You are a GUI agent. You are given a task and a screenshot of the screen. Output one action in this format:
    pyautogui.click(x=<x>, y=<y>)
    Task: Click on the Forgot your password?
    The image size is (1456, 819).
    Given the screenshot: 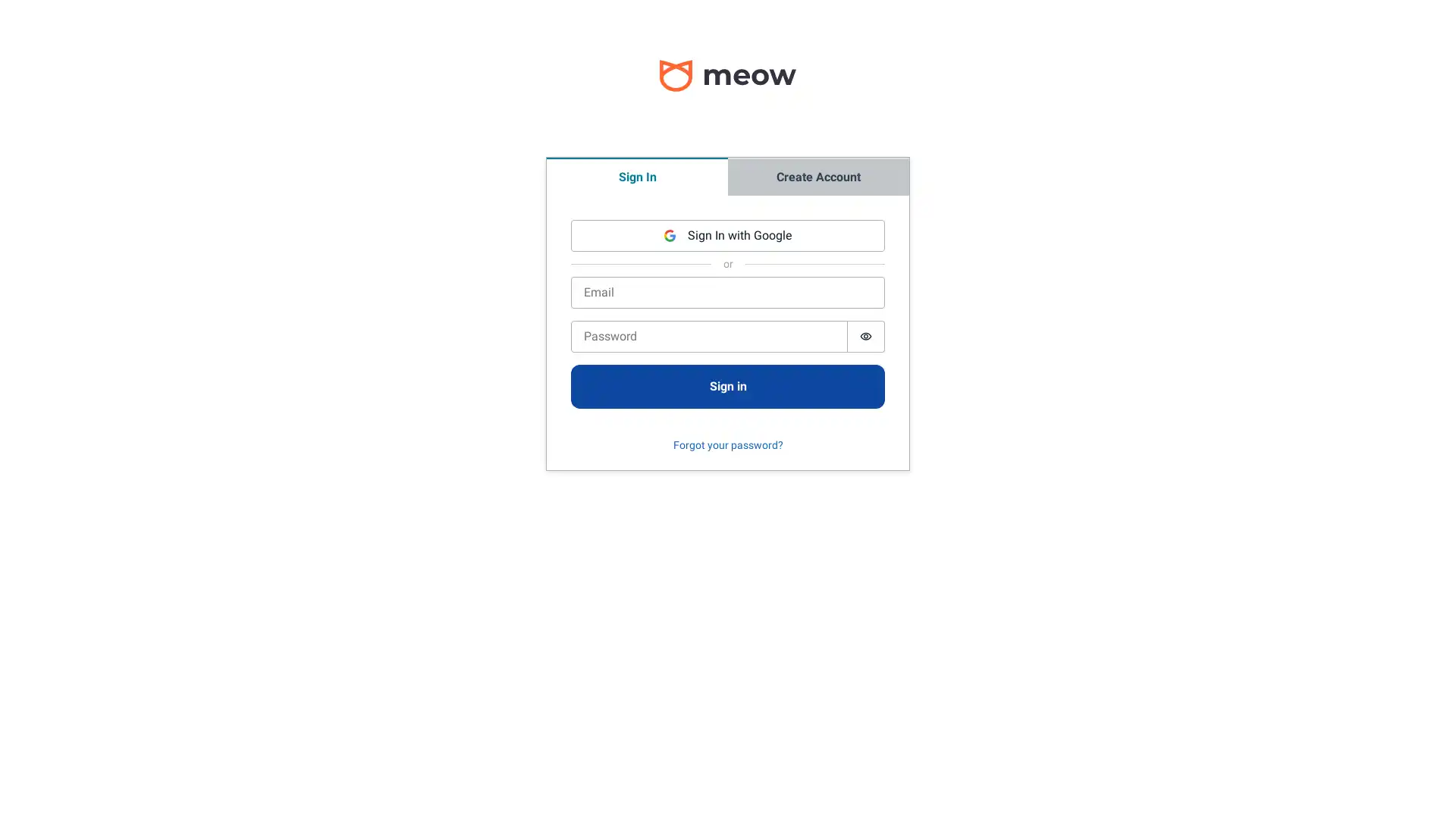 What is the action you would take?
    pyautogui.click(x=726, y=444)
    